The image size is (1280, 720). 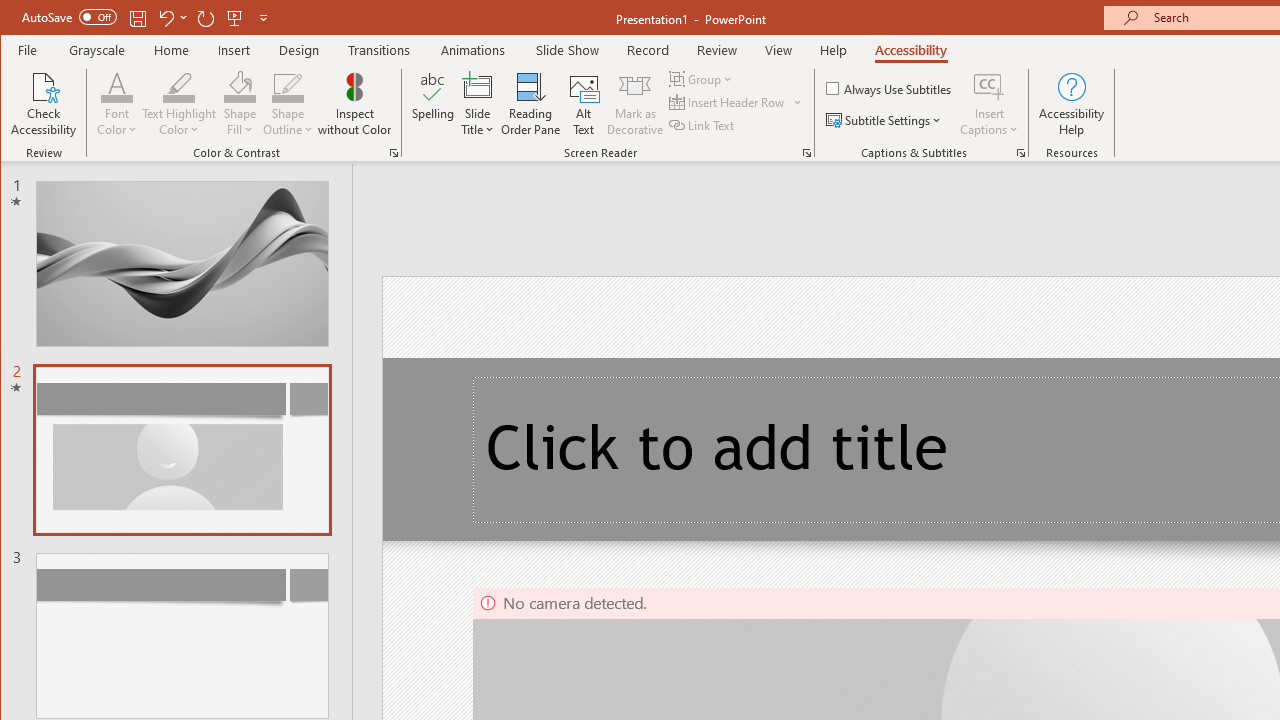 I want to click on 'Review', so click(x=717, y=49).